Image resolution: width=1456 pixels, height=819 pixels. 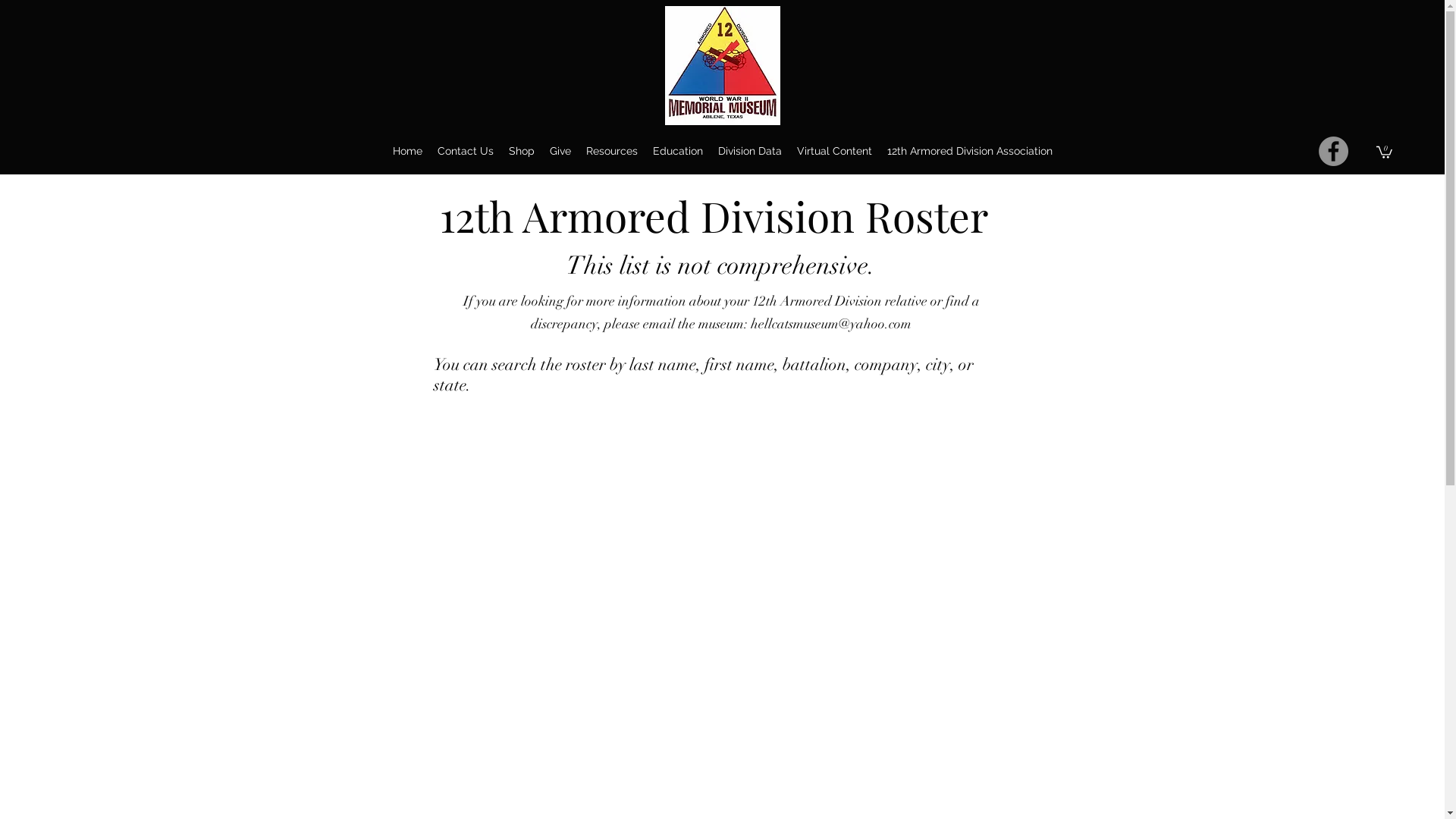 I want to click on 'Education', so click(x=644, y=151).